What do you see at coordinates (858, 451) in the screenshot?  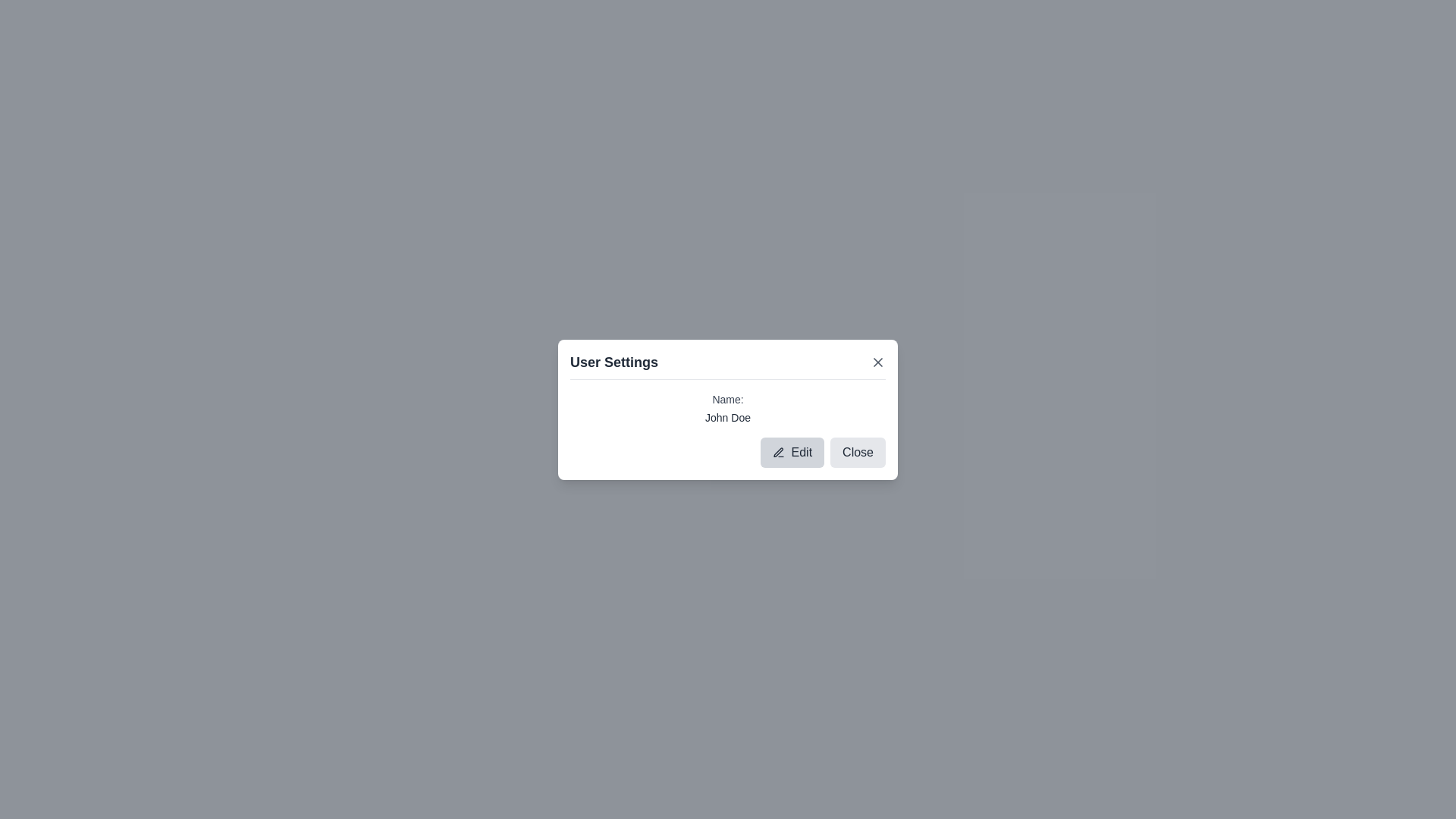 I see `the 'Close' button, which is a gray button with rounded corners located in the bottom-right part of a dialog box, to observe its hover effect` at bounding box center [858, 451].